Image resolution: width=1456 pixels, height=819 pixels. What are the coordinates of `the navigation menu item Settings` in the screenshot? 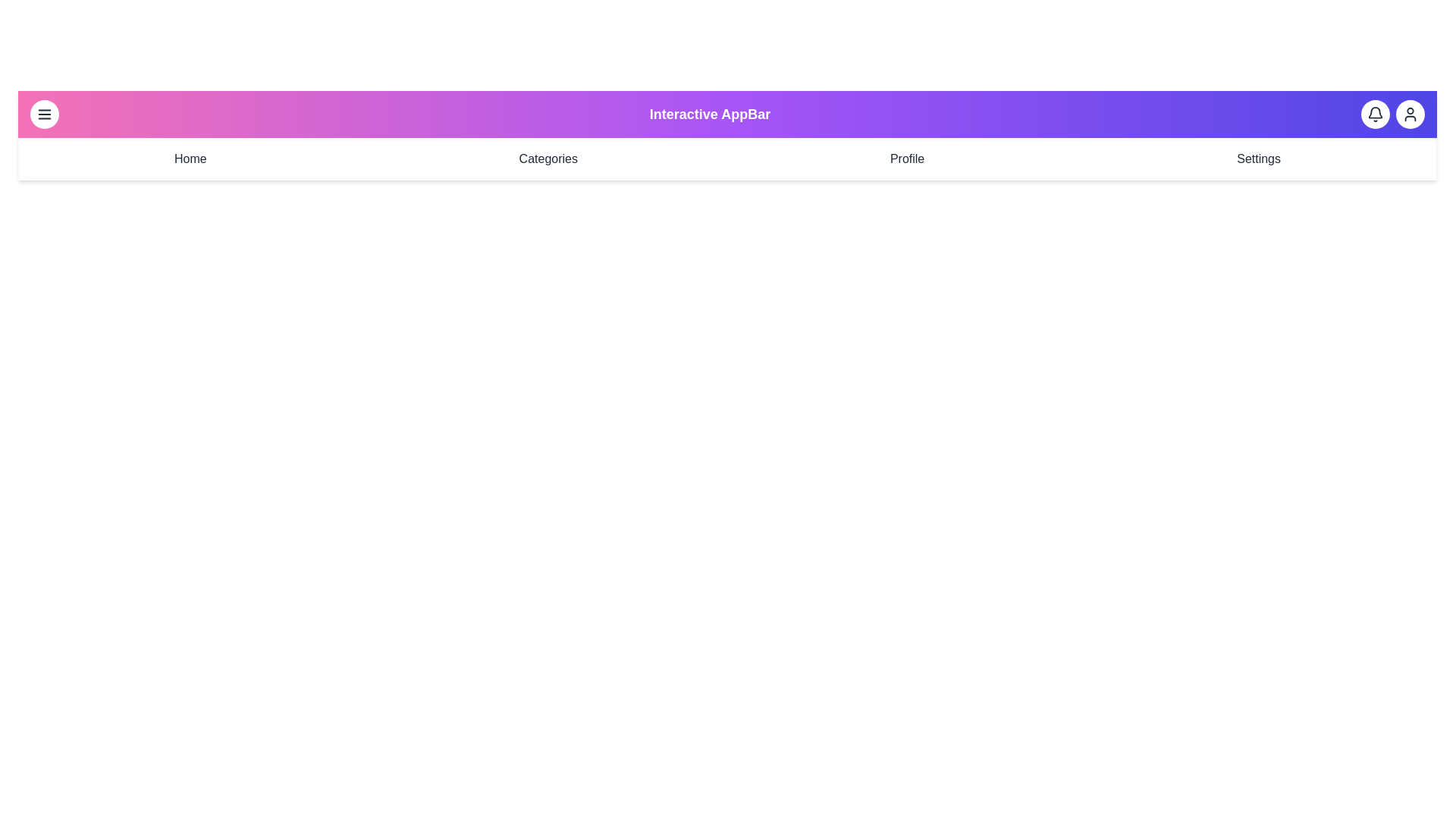 It's located at (1259, 158).